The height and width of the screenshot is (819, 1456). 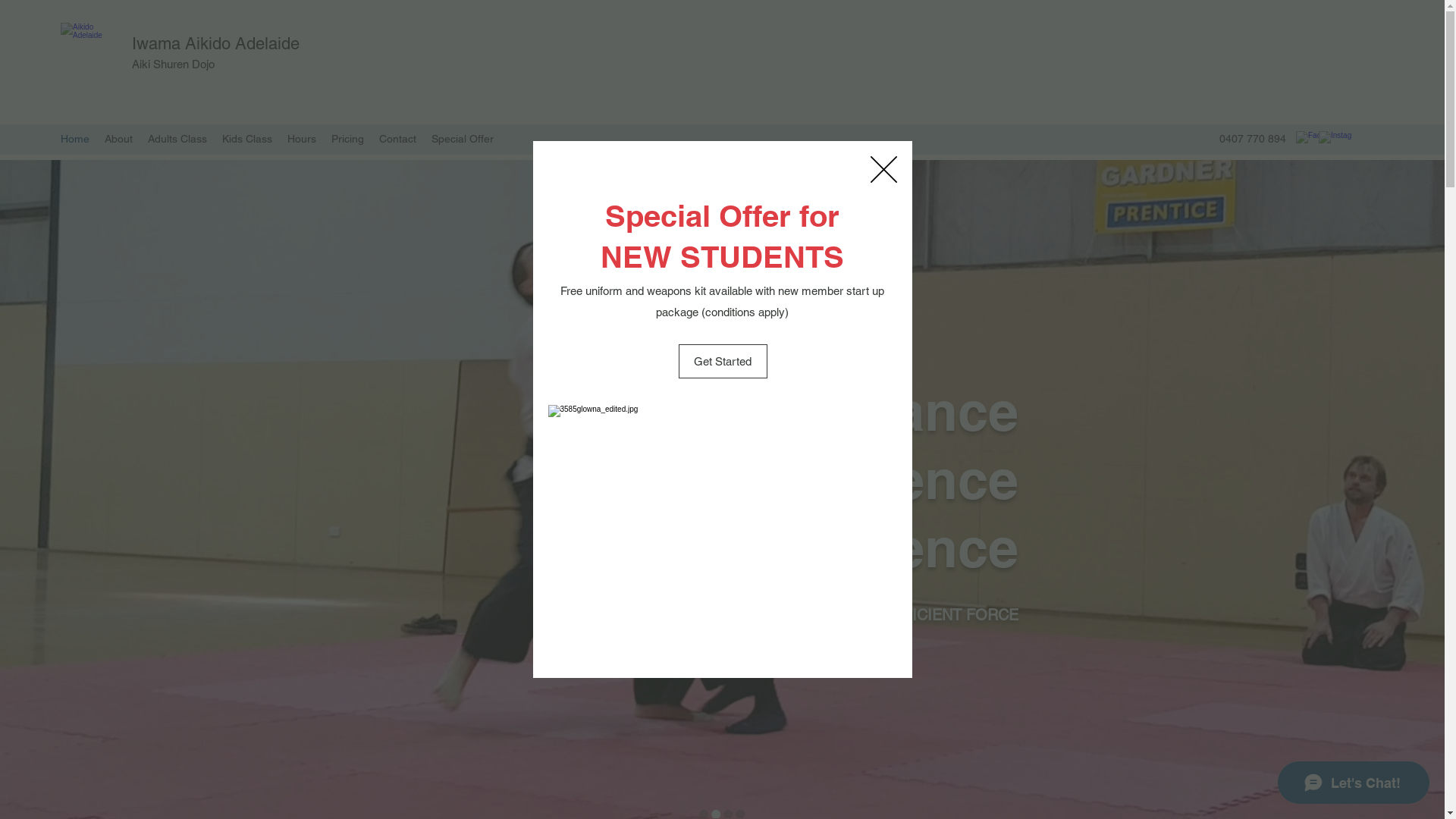 What do you see at coordinates (302, 138) in the screenshot?
I see `'Hours'` at bounding box center [302, 138].